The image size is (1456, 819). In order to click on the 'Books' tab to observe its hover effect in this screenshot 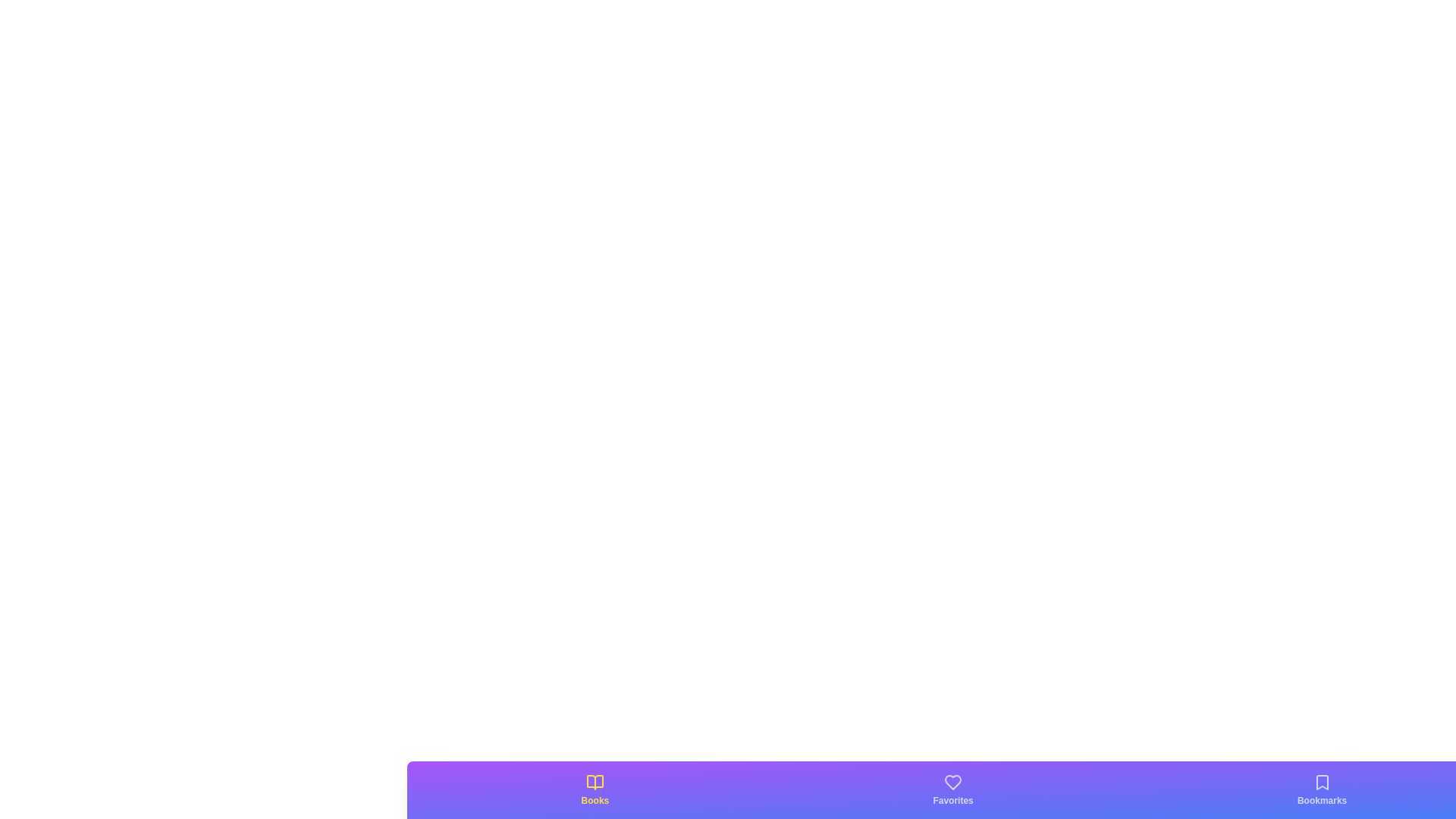, I will do `click(594, 789)`.